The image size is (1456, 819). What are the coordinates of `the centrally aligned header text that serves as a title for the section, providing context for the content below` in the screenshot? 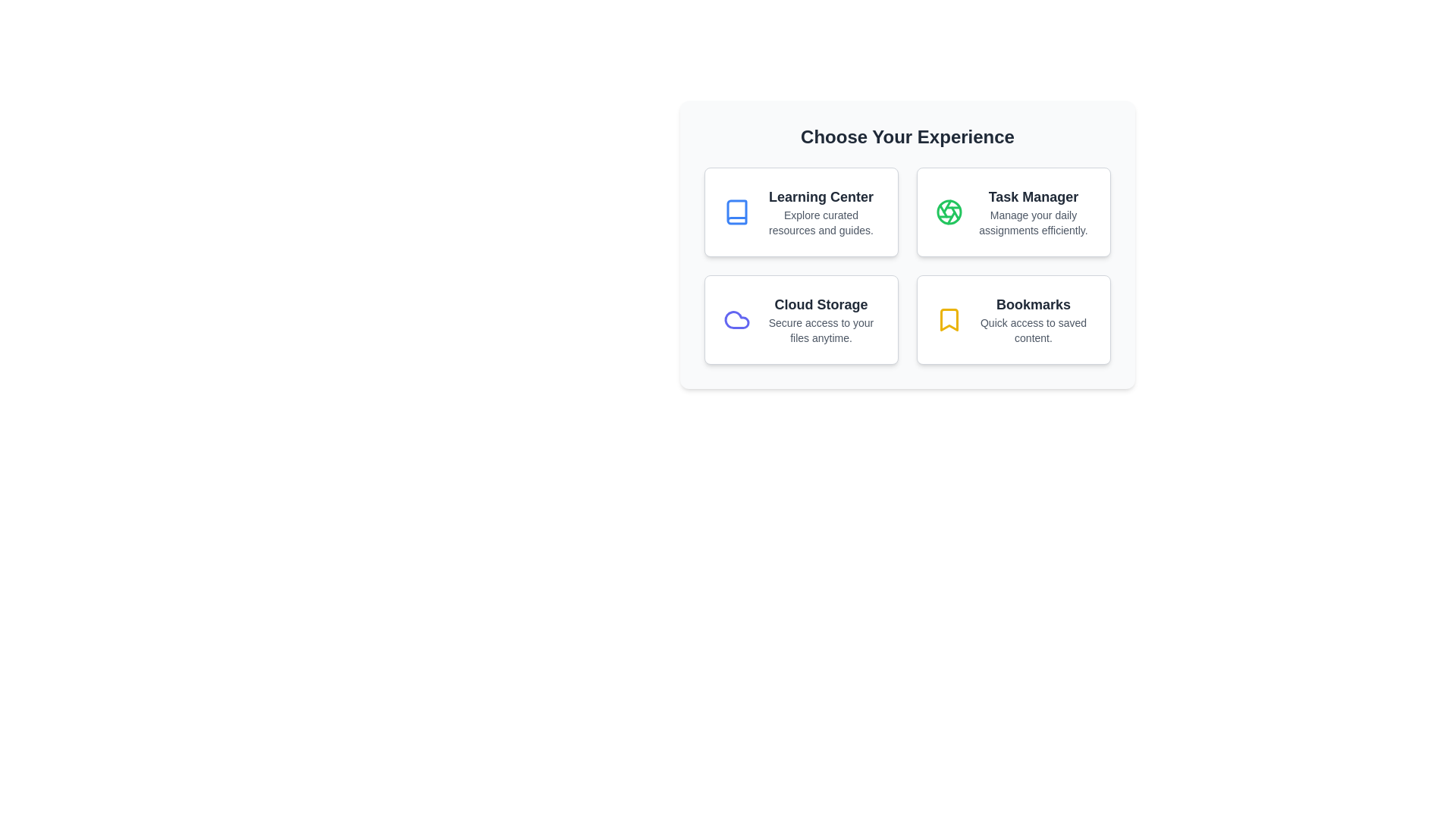 It's located at (907, 137).